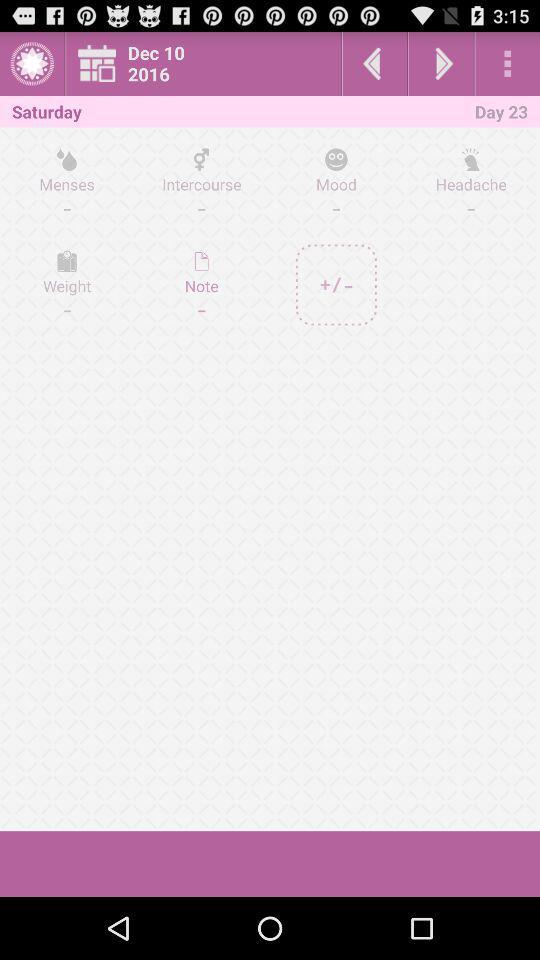 Image resolution: width=540 pixels, height=960 pixels. I want to click on go back, so click(374, 63).